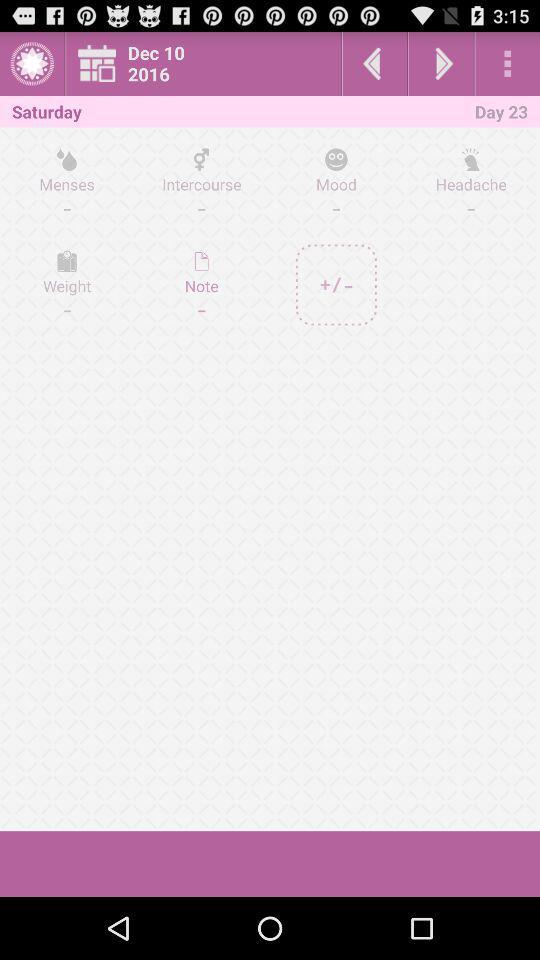 Image resolution: width=540 pixels, height=960 pixels. I want to click on go back, so click(374, 63).